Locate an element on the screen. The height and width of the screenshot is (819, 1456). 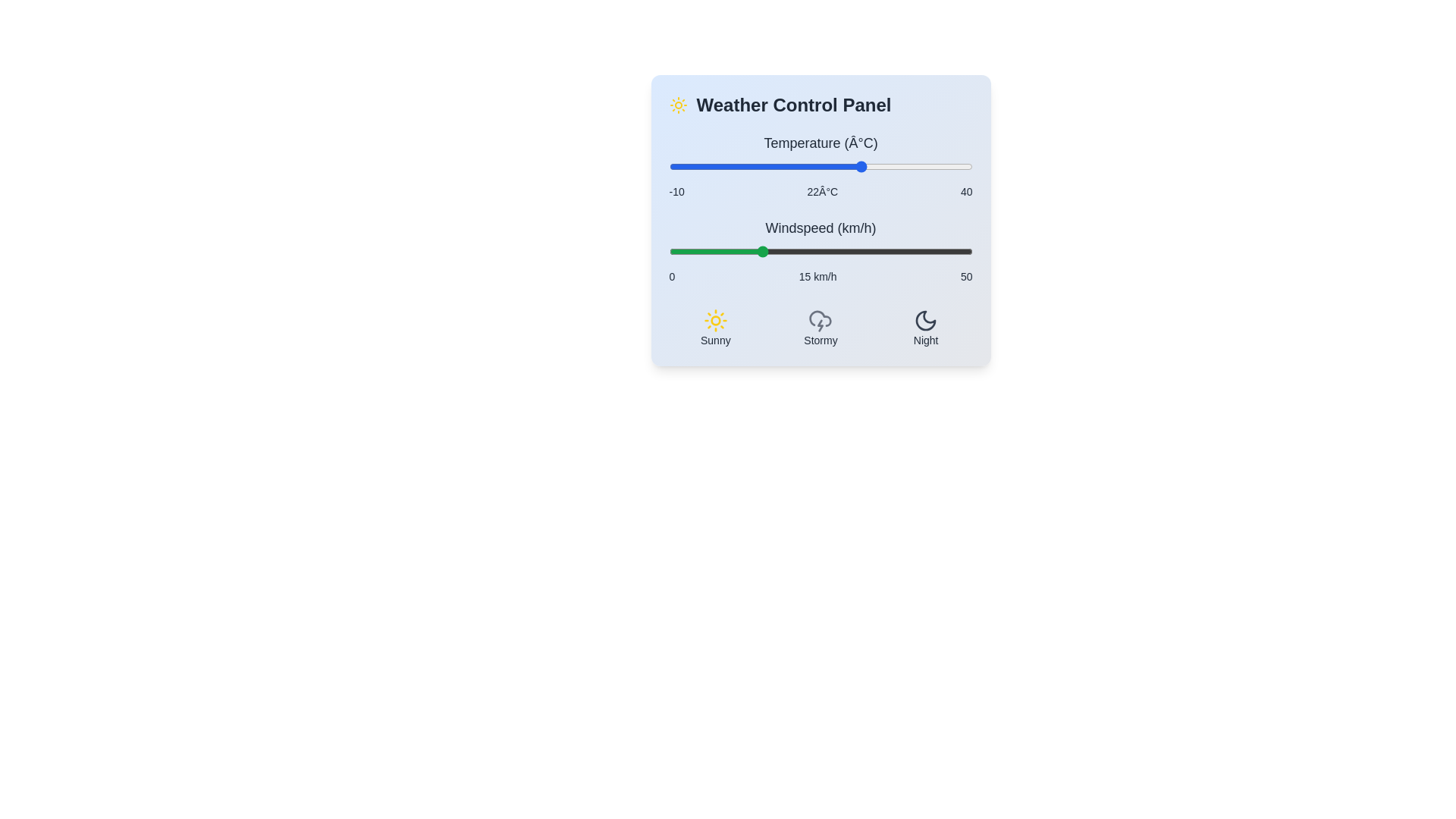
the static text element displaying '15 km/h', which is located within a control panel interface resembling a wind speed indicator, positioned between the numeric values '0' and '50' on a horizontal axis is located at coordinates (817, 277).